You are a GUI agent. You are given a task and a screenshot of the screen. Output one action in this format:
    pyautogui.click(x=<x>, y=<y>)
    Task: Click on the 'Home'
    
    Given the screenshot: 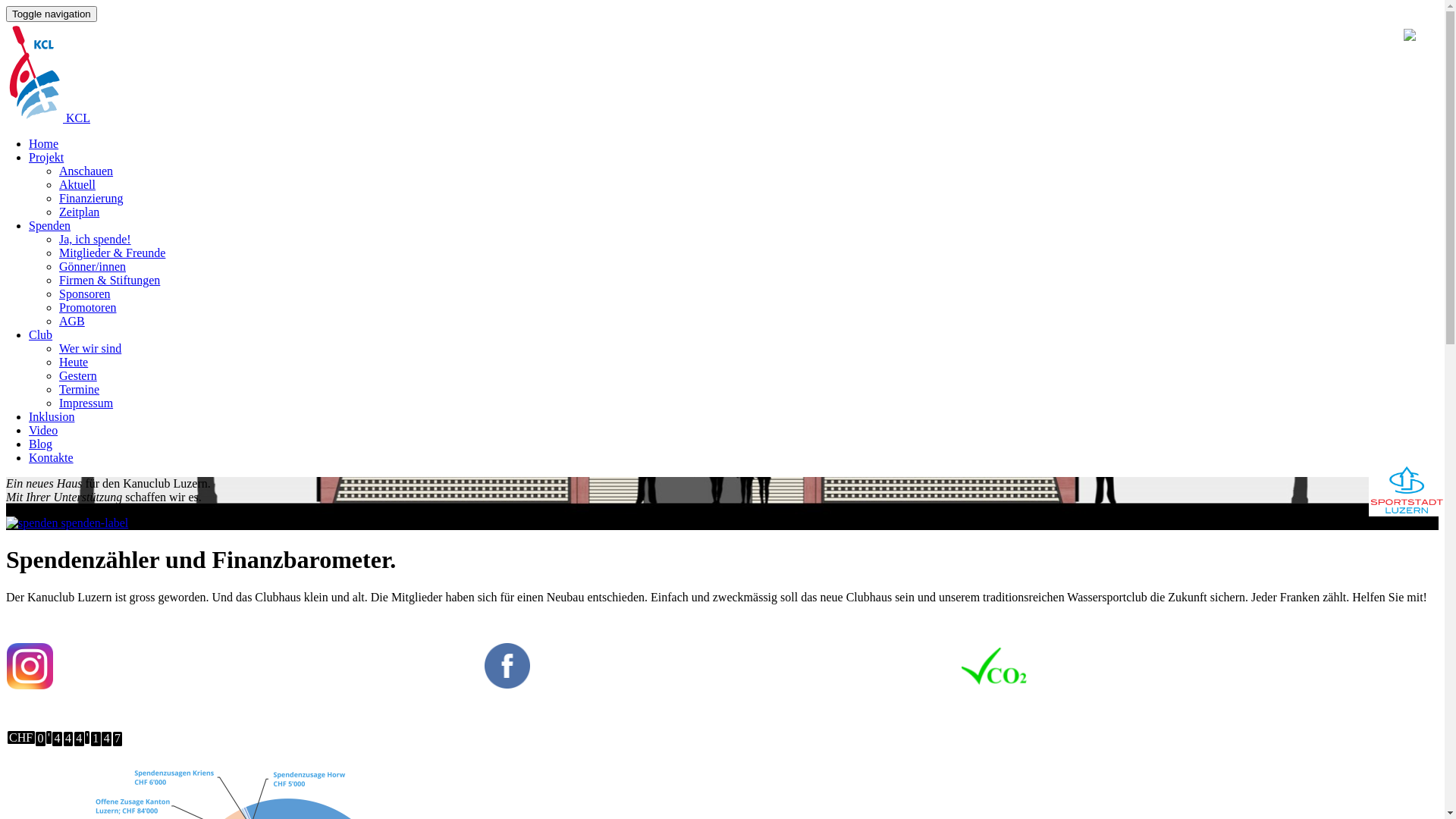 What is the action you would take?
    pyautogui.click(x=43, y=143)
    